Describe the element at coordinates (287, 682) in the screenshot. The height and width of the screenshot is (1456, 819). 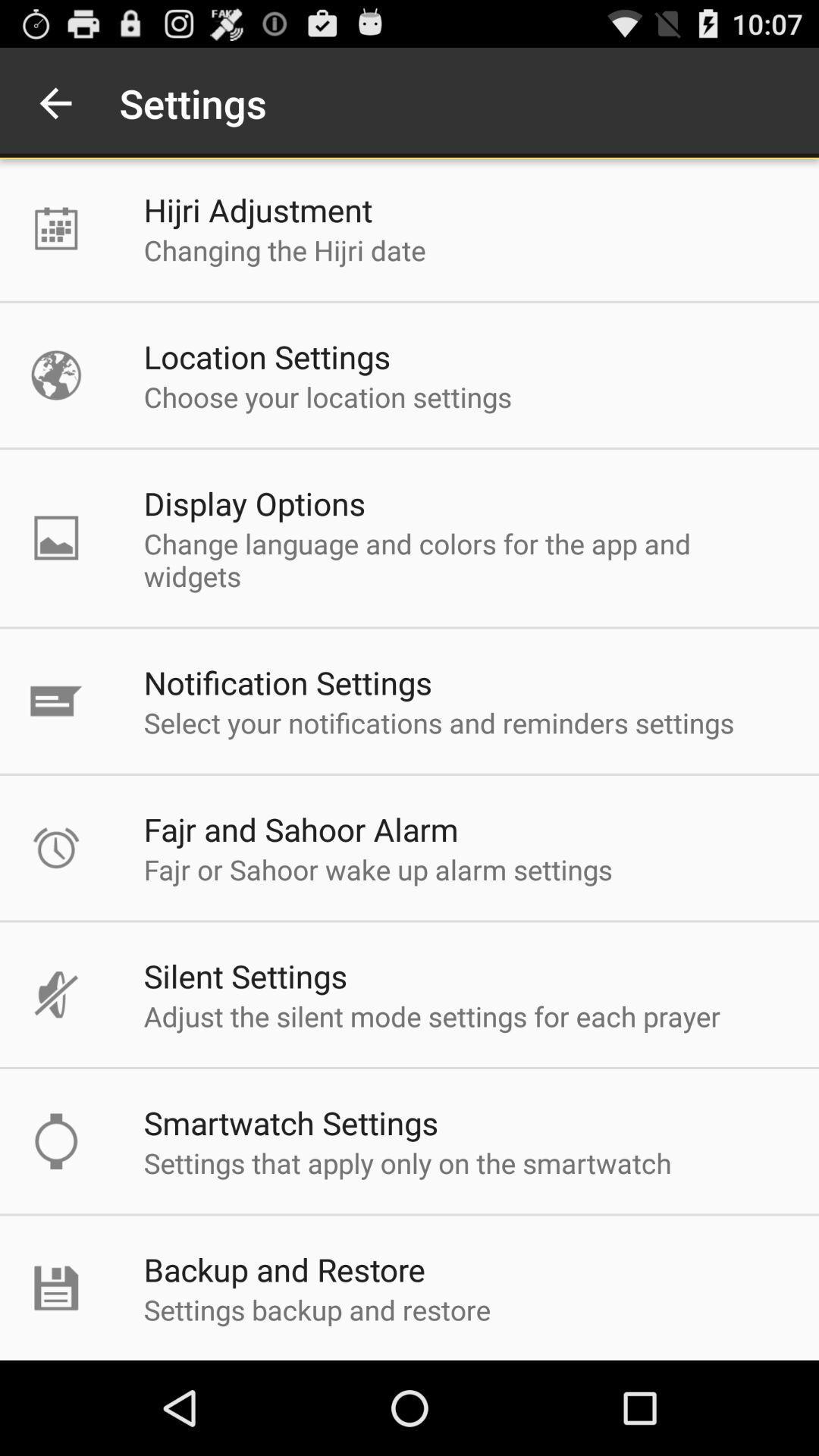
I see `notification settings app` at that location.